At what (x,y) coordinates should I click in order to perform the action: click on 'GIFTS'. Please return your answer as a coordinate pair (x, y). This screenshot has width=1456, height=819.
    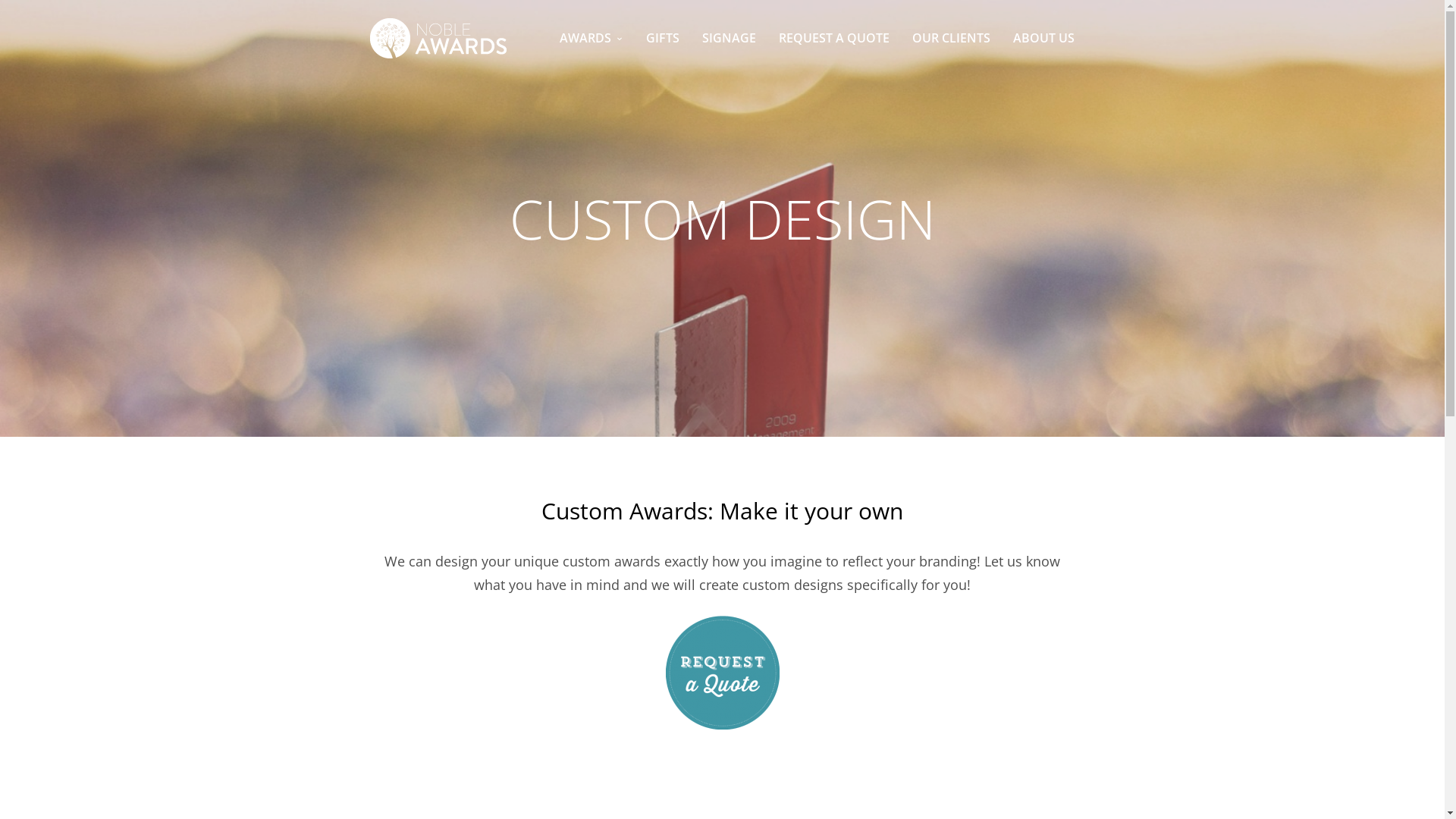
    Looking at the image, I should click on (662, 37).